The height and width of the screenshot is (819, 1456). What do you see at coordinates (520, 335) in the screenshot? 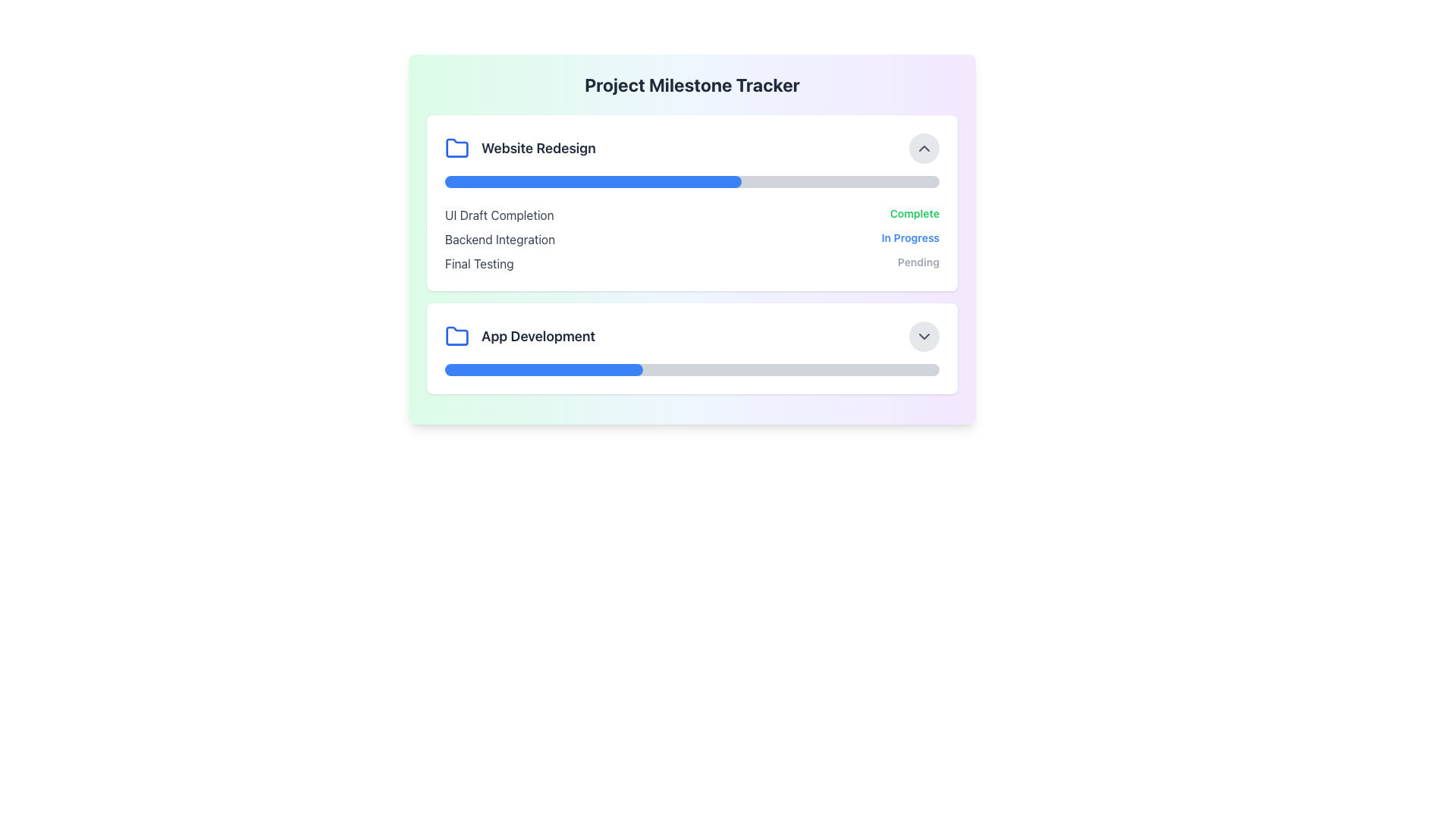
I see `the Composite UI component consisting of a blue folder icon and the text 'App Development'` at bounding box center [520, 335].